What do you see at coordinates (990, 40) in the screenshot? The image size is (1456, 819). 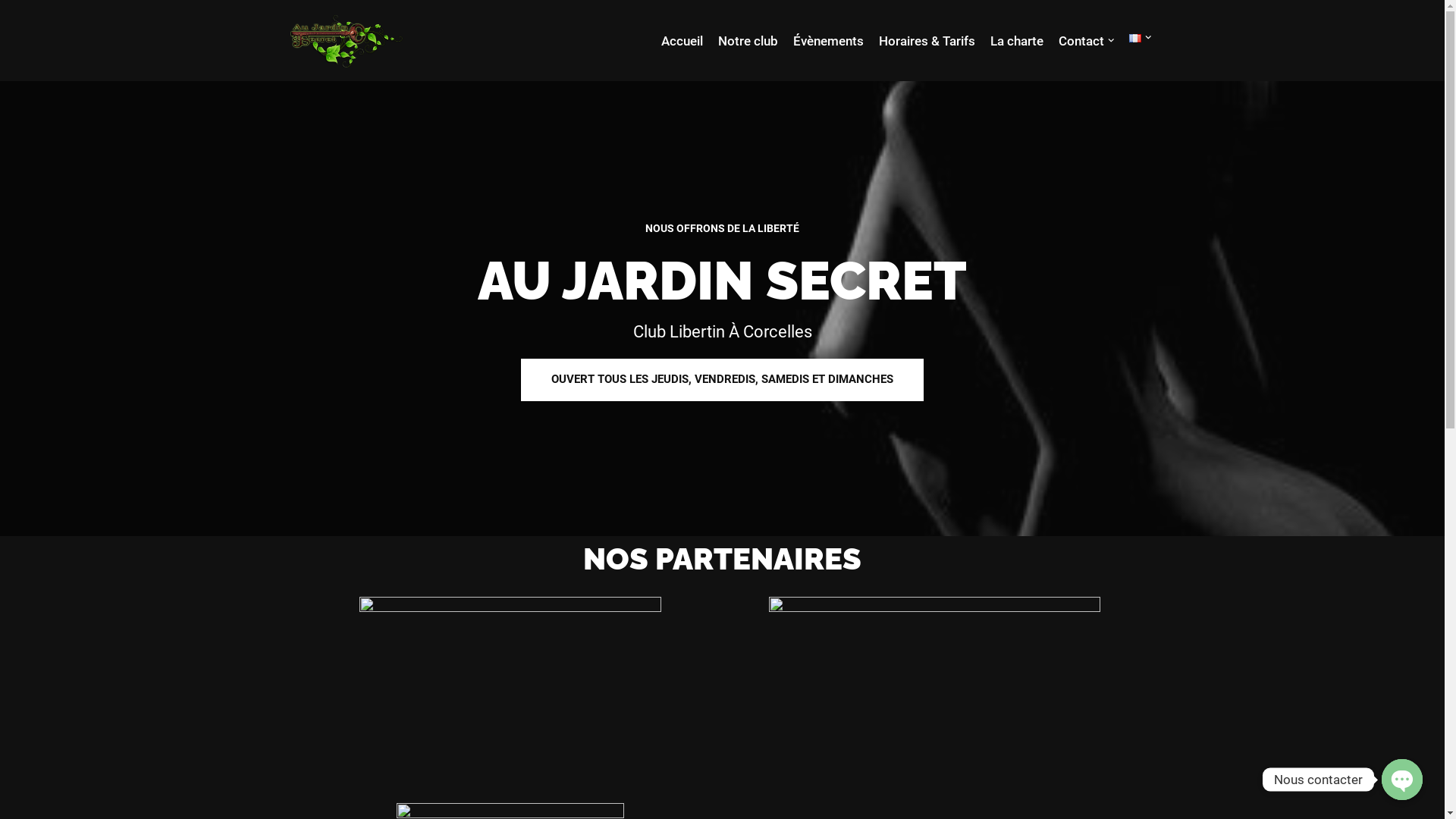 I see `'La charte'` at bounding box center [990, 40].